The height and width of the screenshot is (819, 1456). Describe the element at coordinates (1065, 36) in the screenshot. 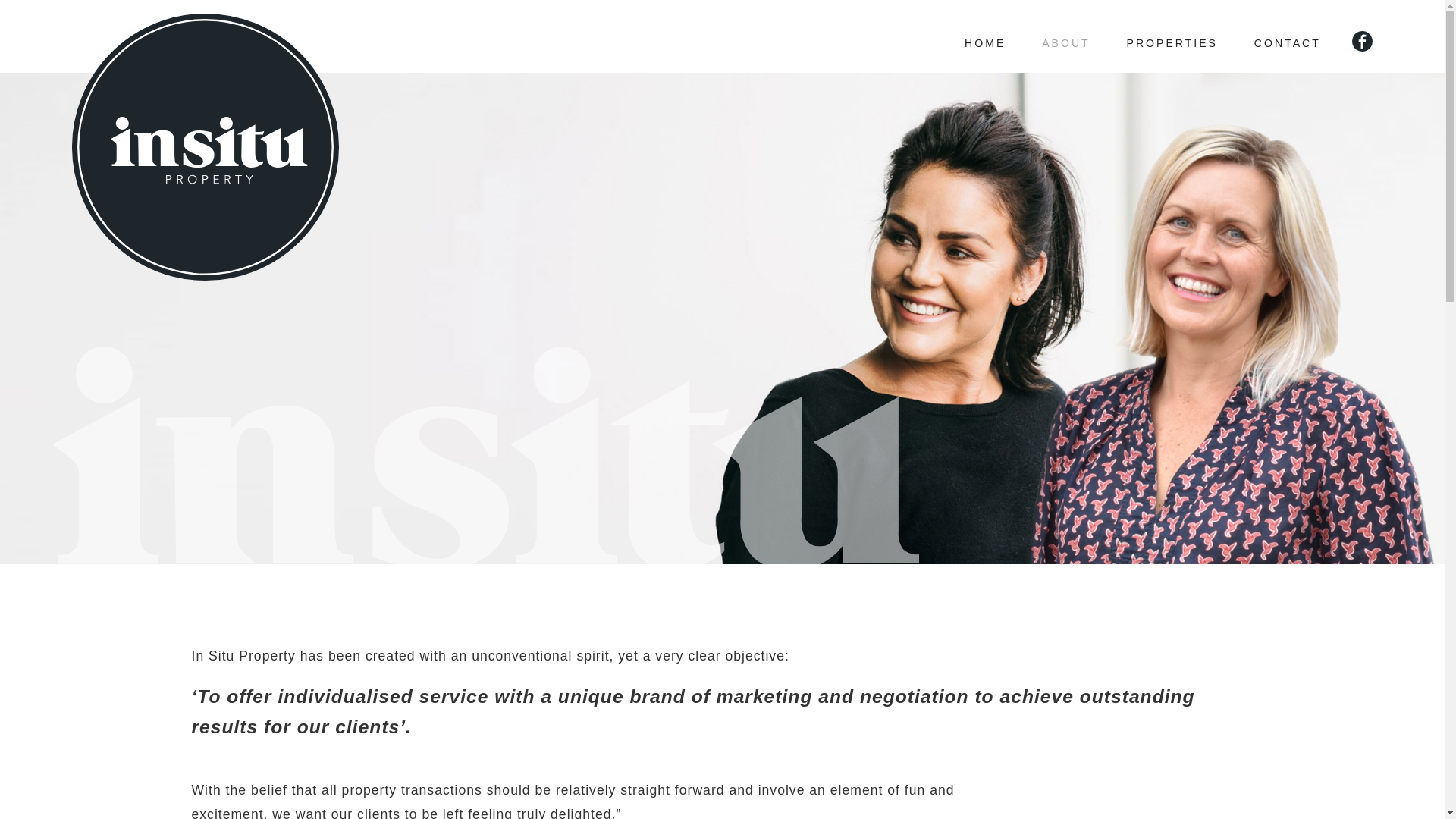

I see `'ABOUT'` at that location.